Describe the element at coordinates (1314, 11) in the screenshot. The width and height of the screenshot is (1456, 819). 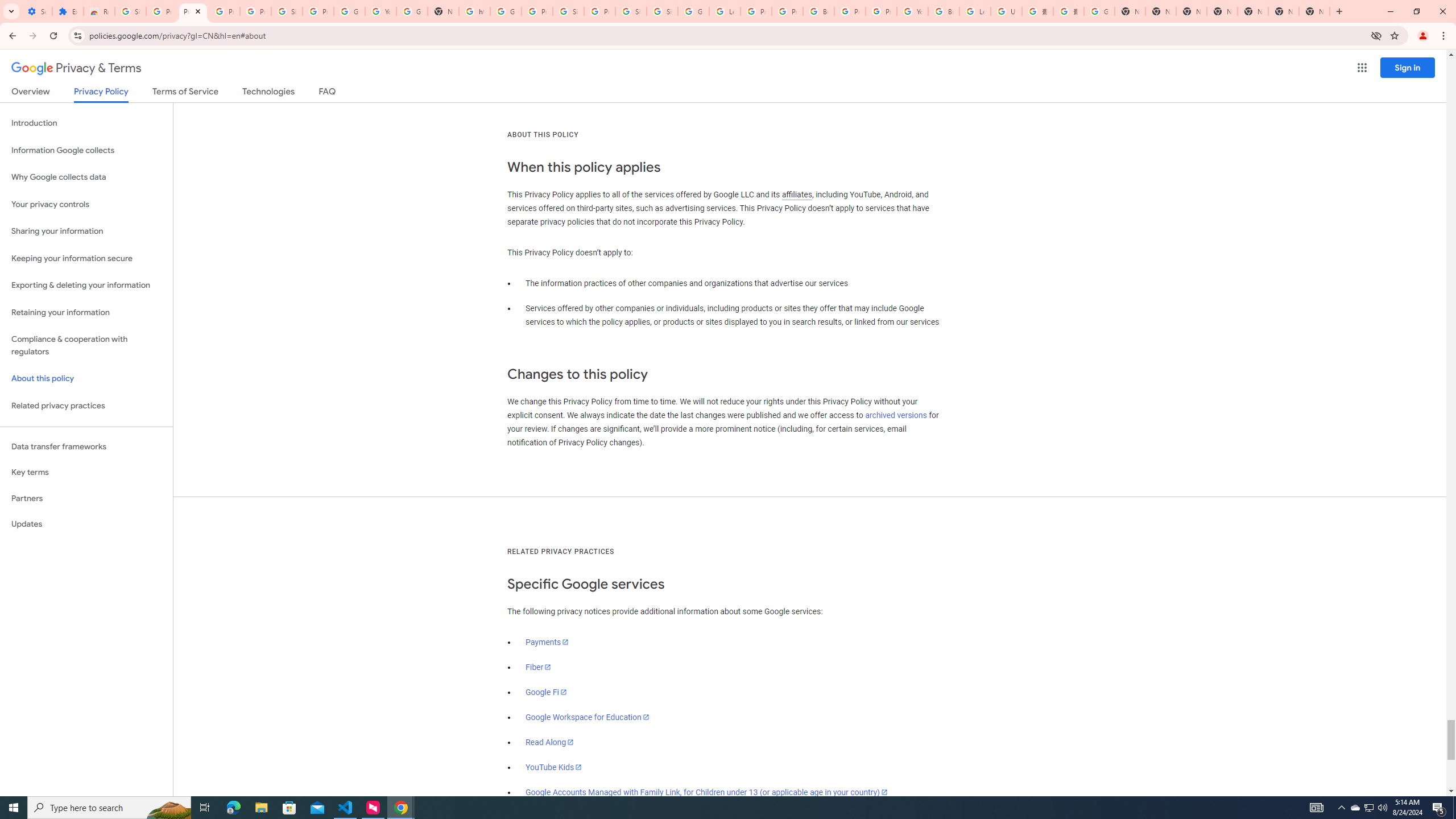
I see `'New Tab'` at that location.